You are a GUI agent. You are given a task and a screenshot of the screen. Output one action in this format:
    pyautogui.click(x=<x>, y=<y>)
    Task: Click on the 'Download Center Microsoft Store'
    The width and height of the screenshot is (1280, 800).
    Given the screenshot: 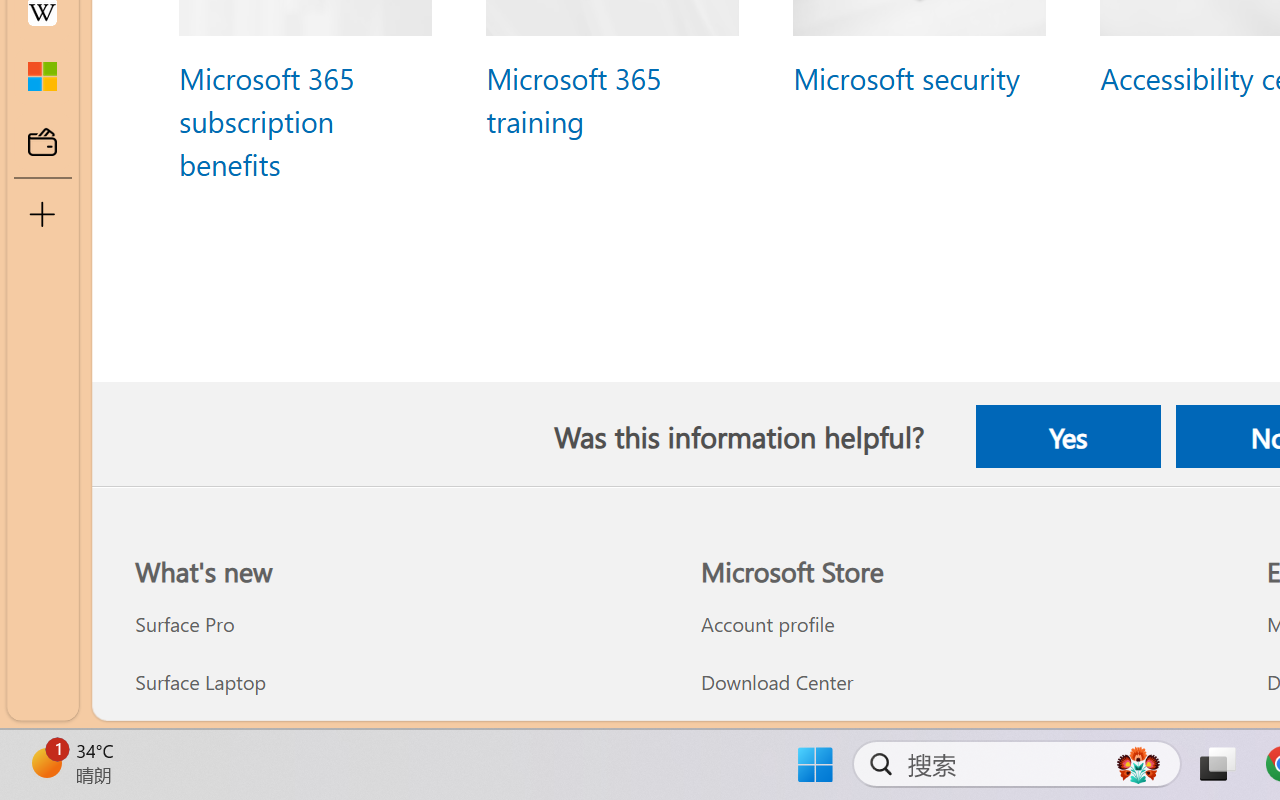 What is the action you would take?
    pyautogui.click(x=775, y=681)
    